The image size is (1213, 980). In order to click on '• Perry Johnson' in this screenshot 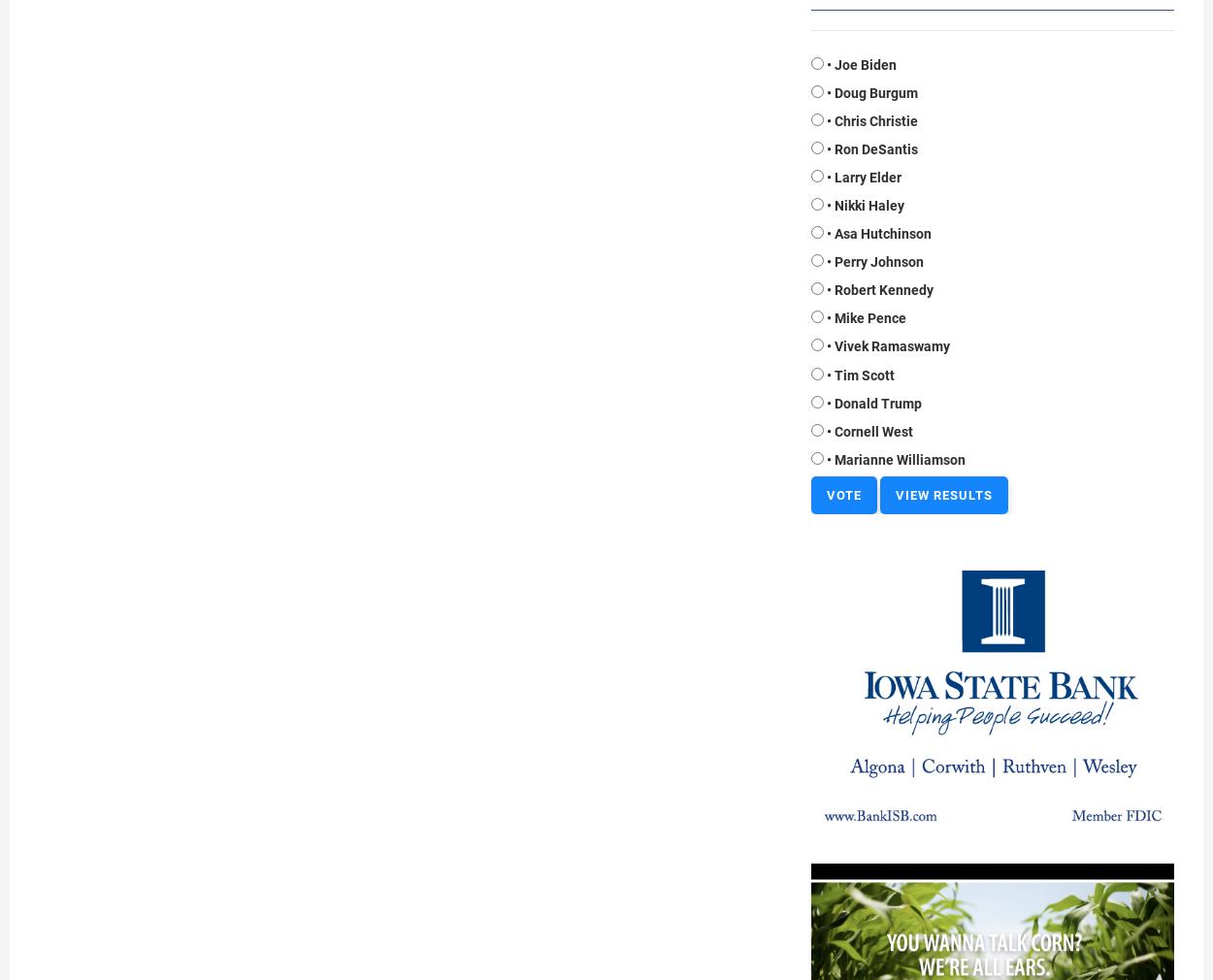, I will do `click(826, 261)`.